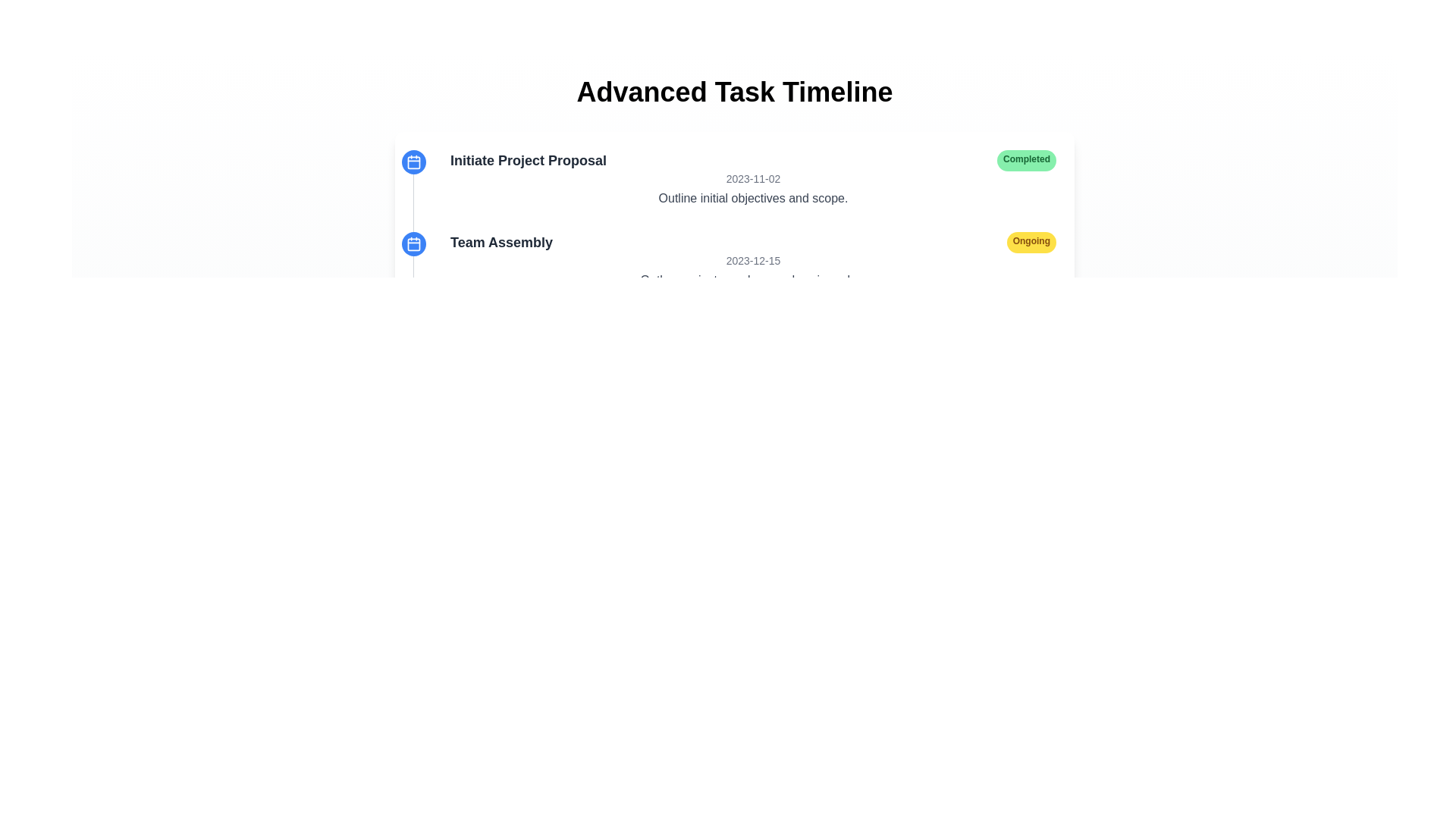  I want to click on the rounded rectangle element that is part of a calendar icon, located to the left of the 'Initiate Project Proposal' text, so click(414, 162).